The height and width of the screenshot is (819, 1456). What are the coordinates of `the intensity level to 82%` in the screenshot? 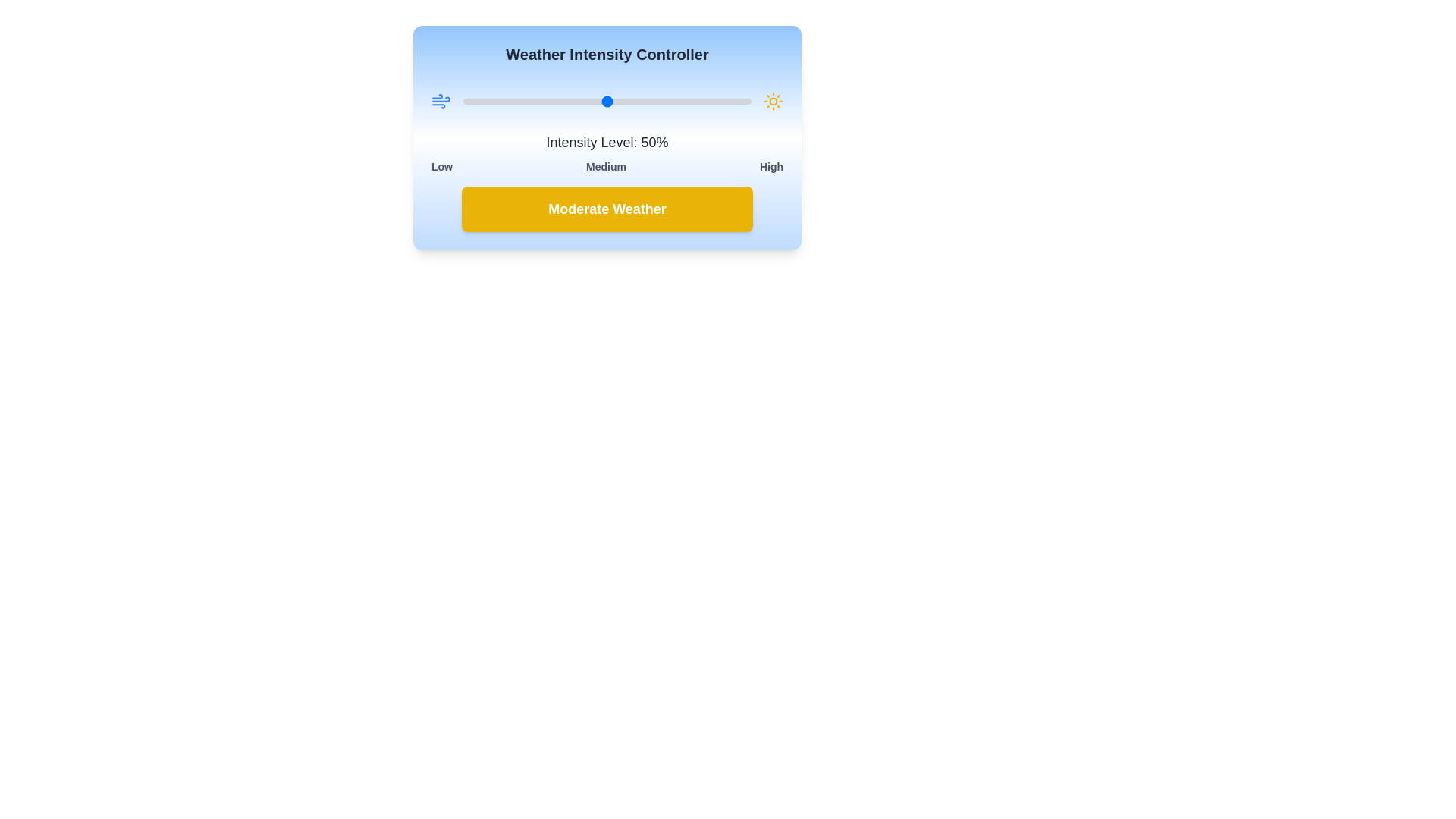 It's located at (698, 102).